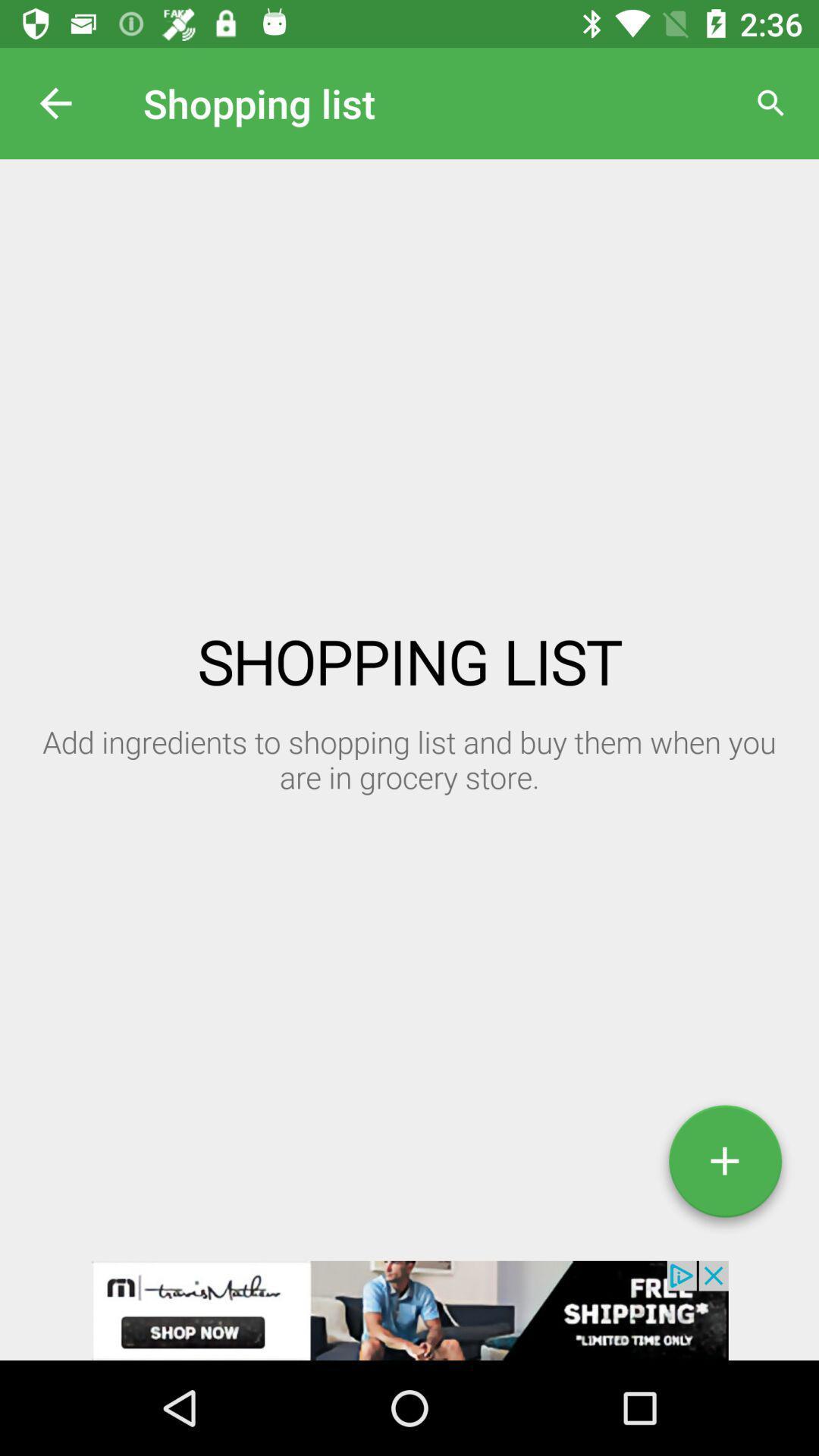 The width and height of the screenshot is (819, 1456). I want to click on the add icon, so click(724, 1166).